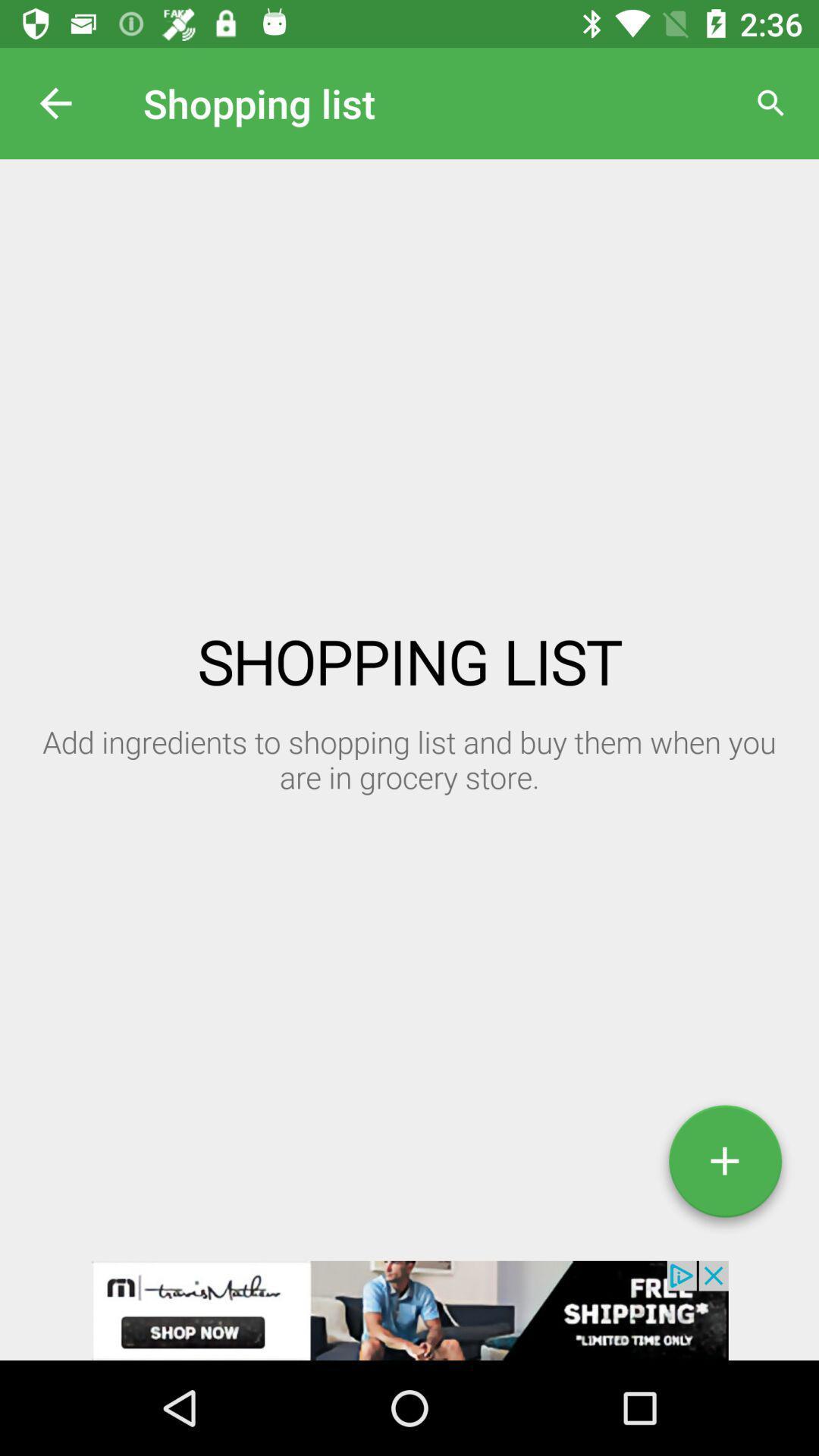 The width and height of the screenshot is (819, 1456). I want to click on the add icon, so click(724, 1166).